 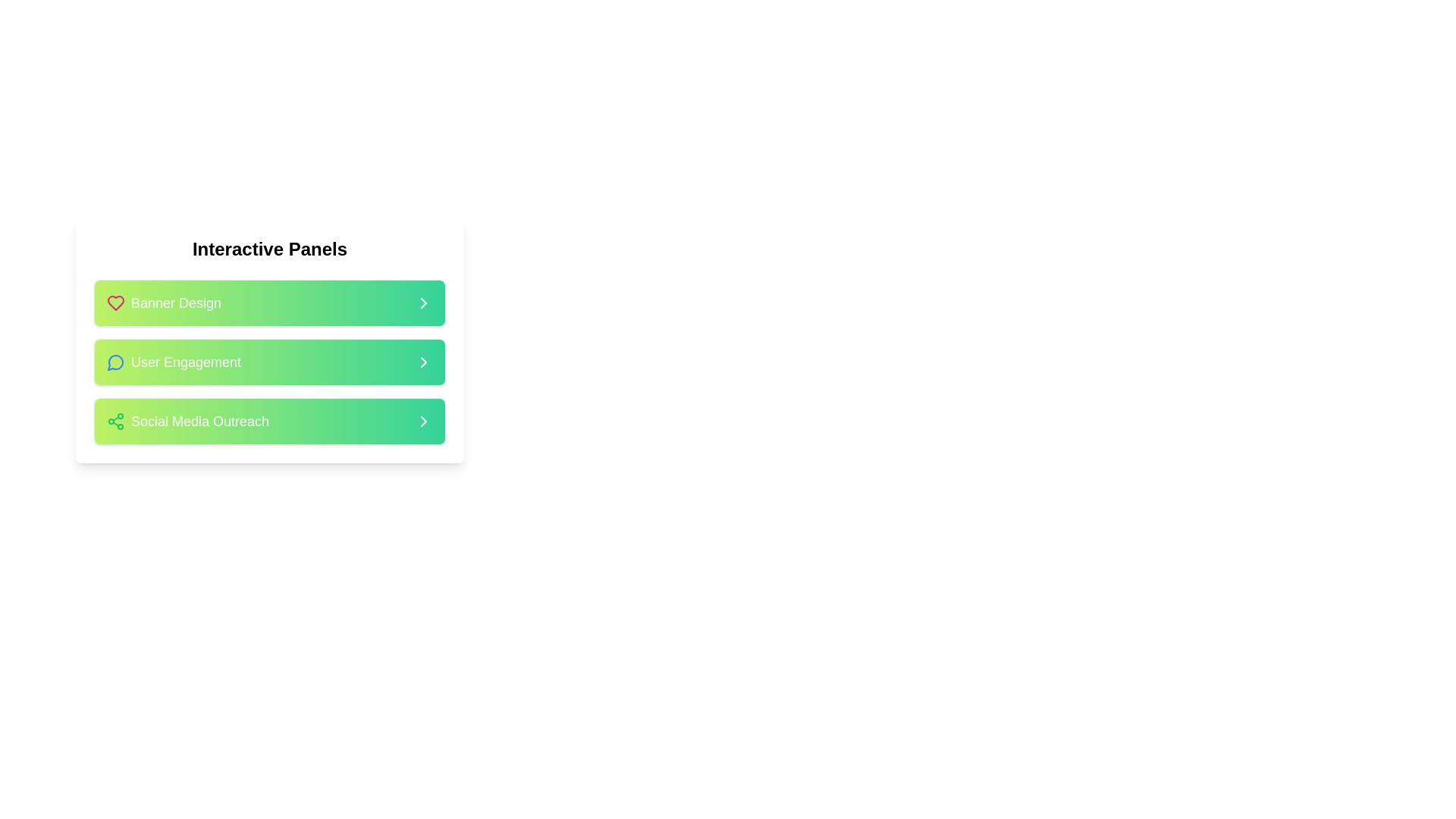 What do you see at coordinates (199, 421) in the screenshot?
I see `text from the Text Label element labeled 'Social Media Outreach', which is styled with white text on a green gradient background, located in a vertical list of buttons beneath 'User Engagement'` at bounding box center [199, 421].